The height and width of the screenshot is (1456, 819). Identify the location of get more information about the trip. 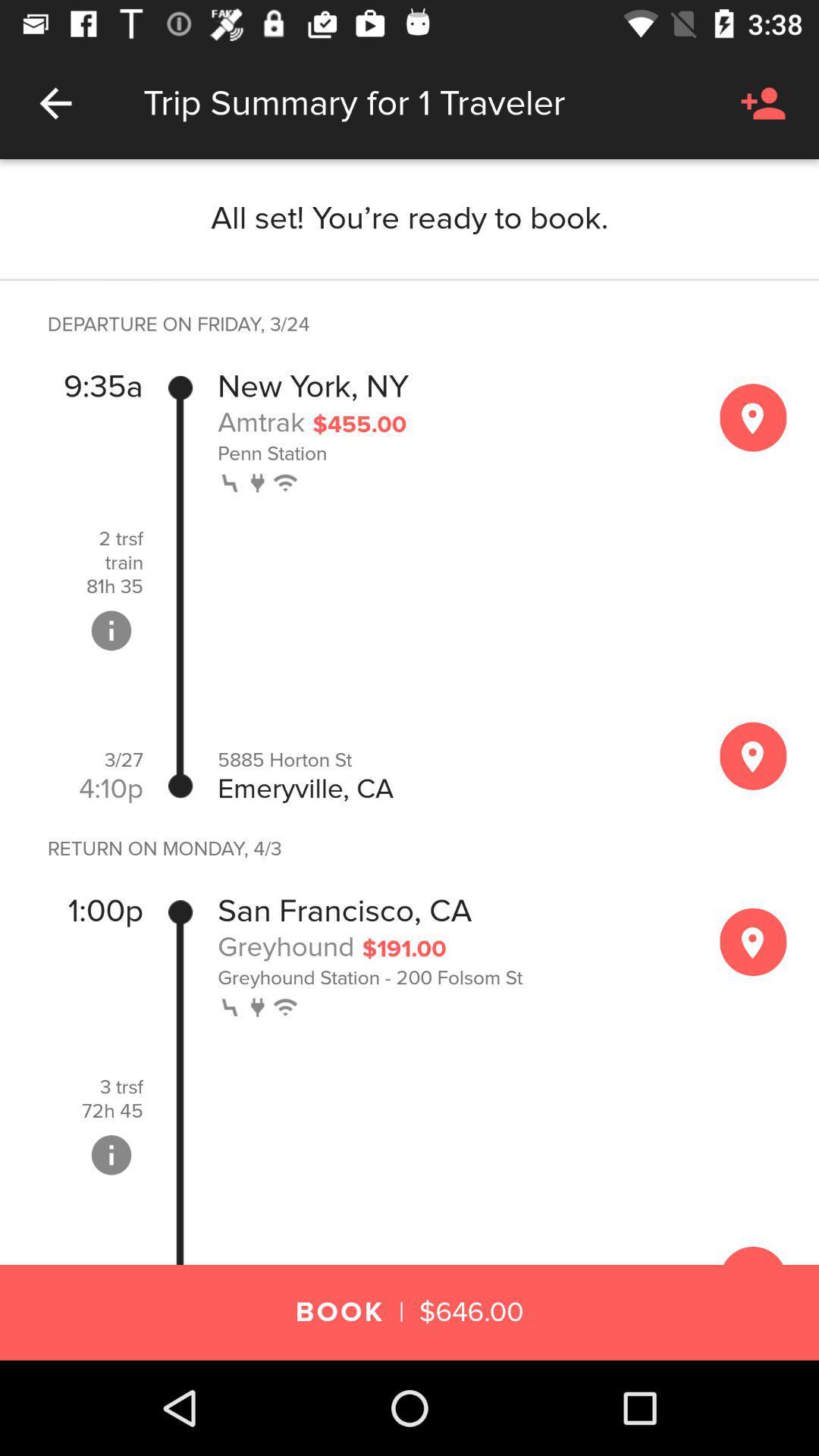
(110, 1154).